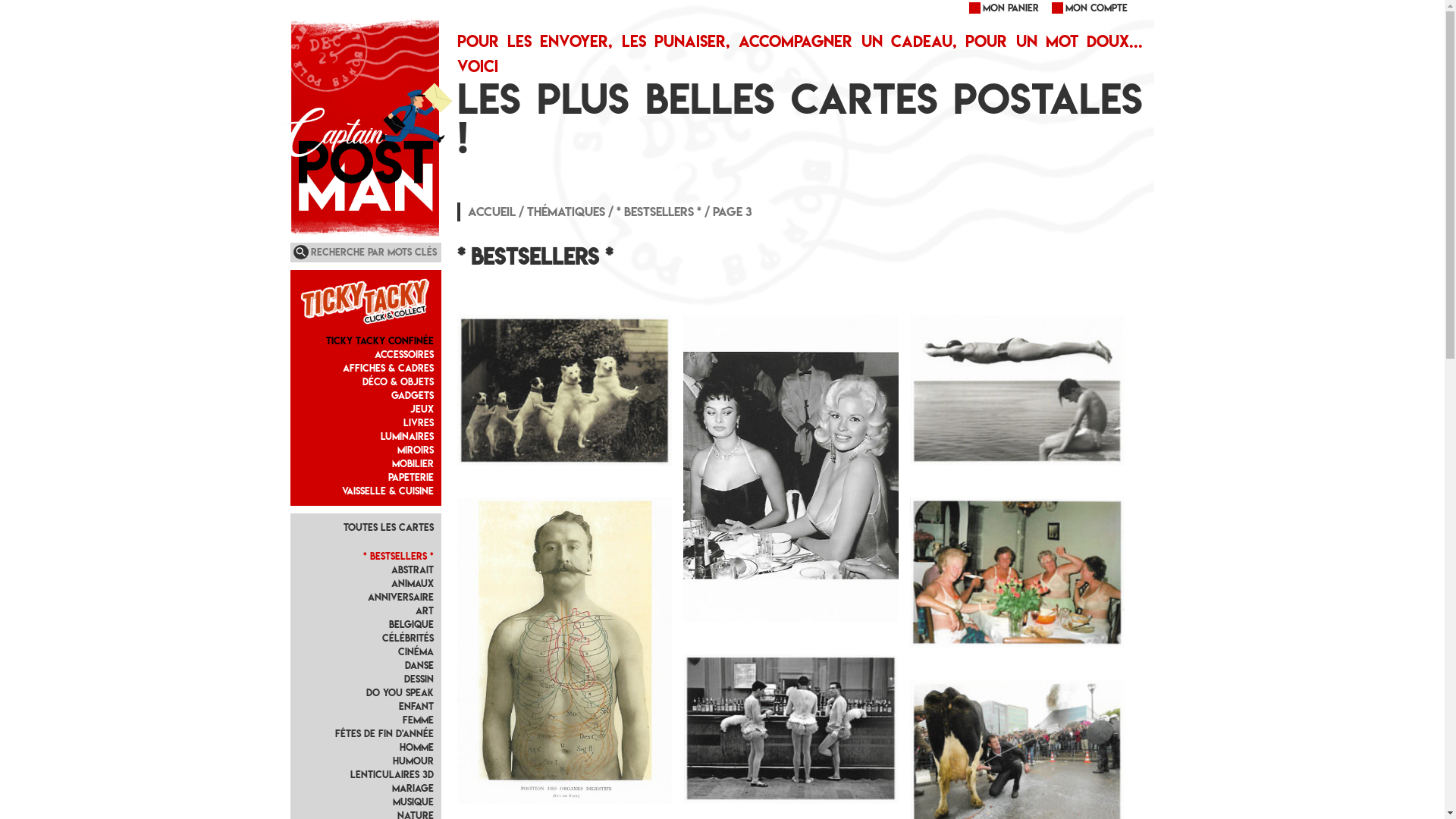 The height and width of the screenshot is (819, 1456). I want to click on '* BESTSELLERS *', so click(398, 556).